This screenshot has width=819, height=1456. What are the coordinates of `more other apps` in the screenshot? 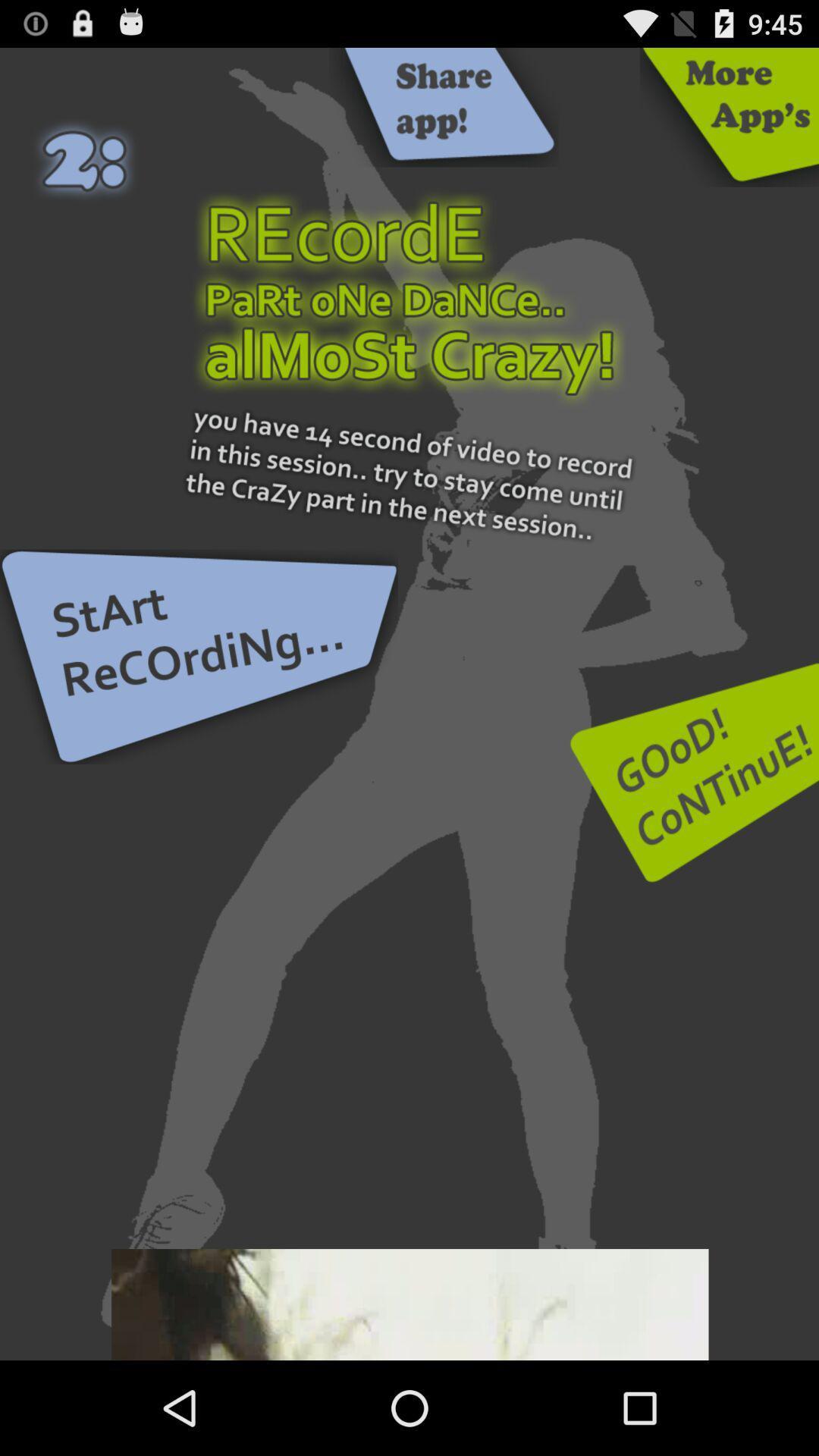 It's located at (728, 116).